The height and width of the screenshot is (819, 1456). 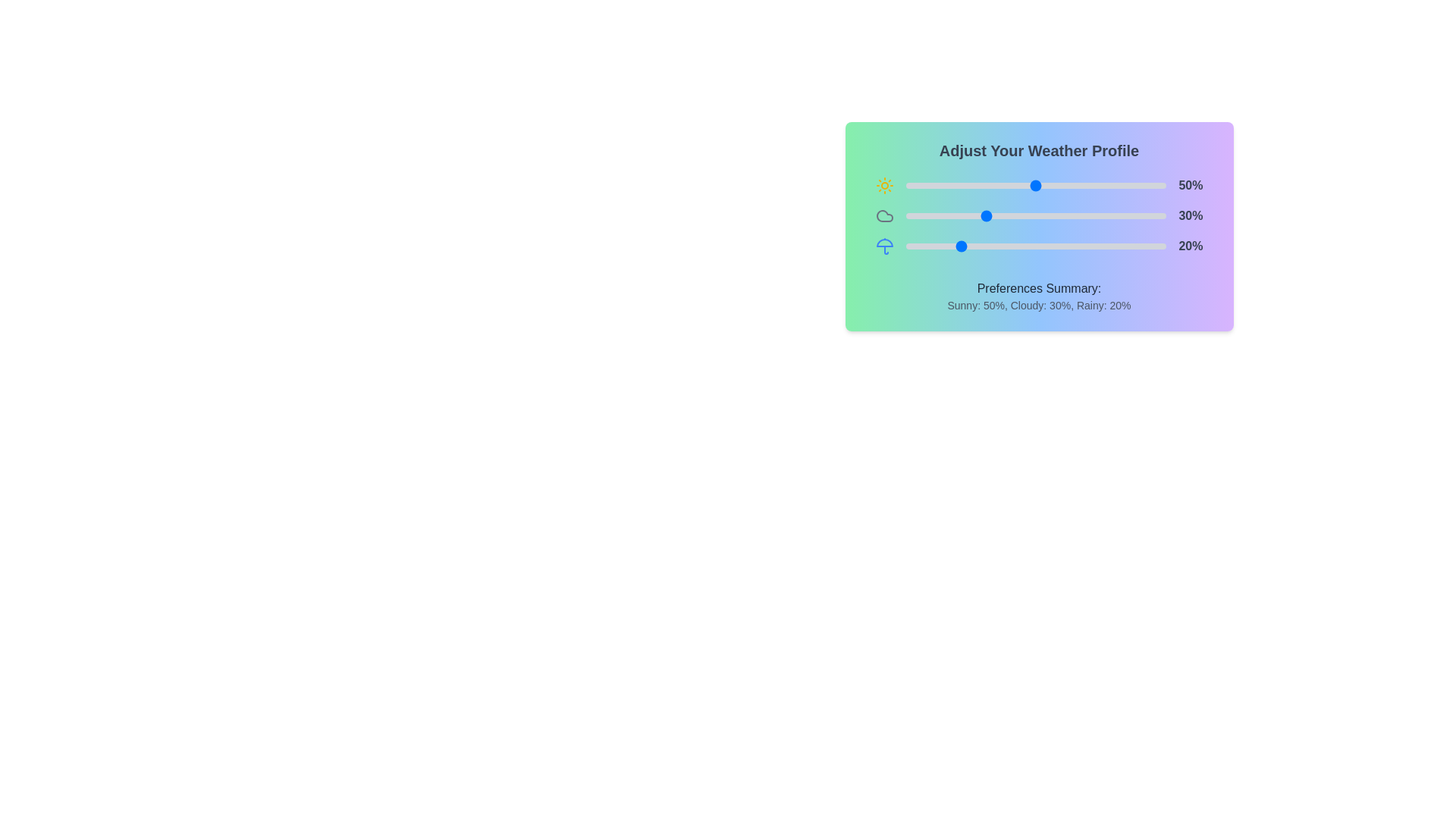 What do you see at coordinates (912, 185) in the screenshot?
I see `the 'Sunny' slider to 3%` at bounding box center [912, 185].